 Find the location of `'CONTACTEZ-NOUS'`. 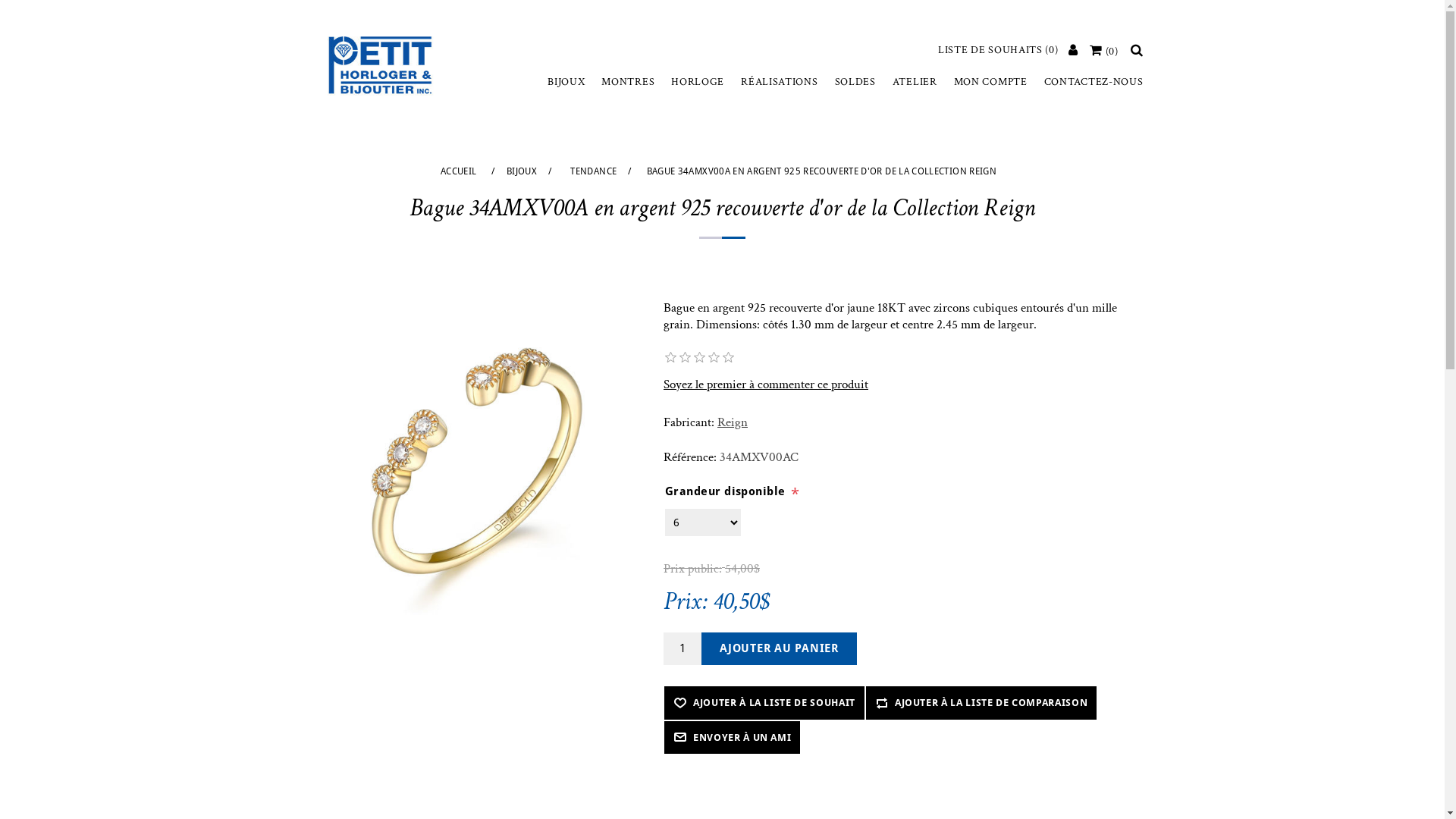

'CONTACTEZ-NOUS' is located at coordinates (1094, 82).